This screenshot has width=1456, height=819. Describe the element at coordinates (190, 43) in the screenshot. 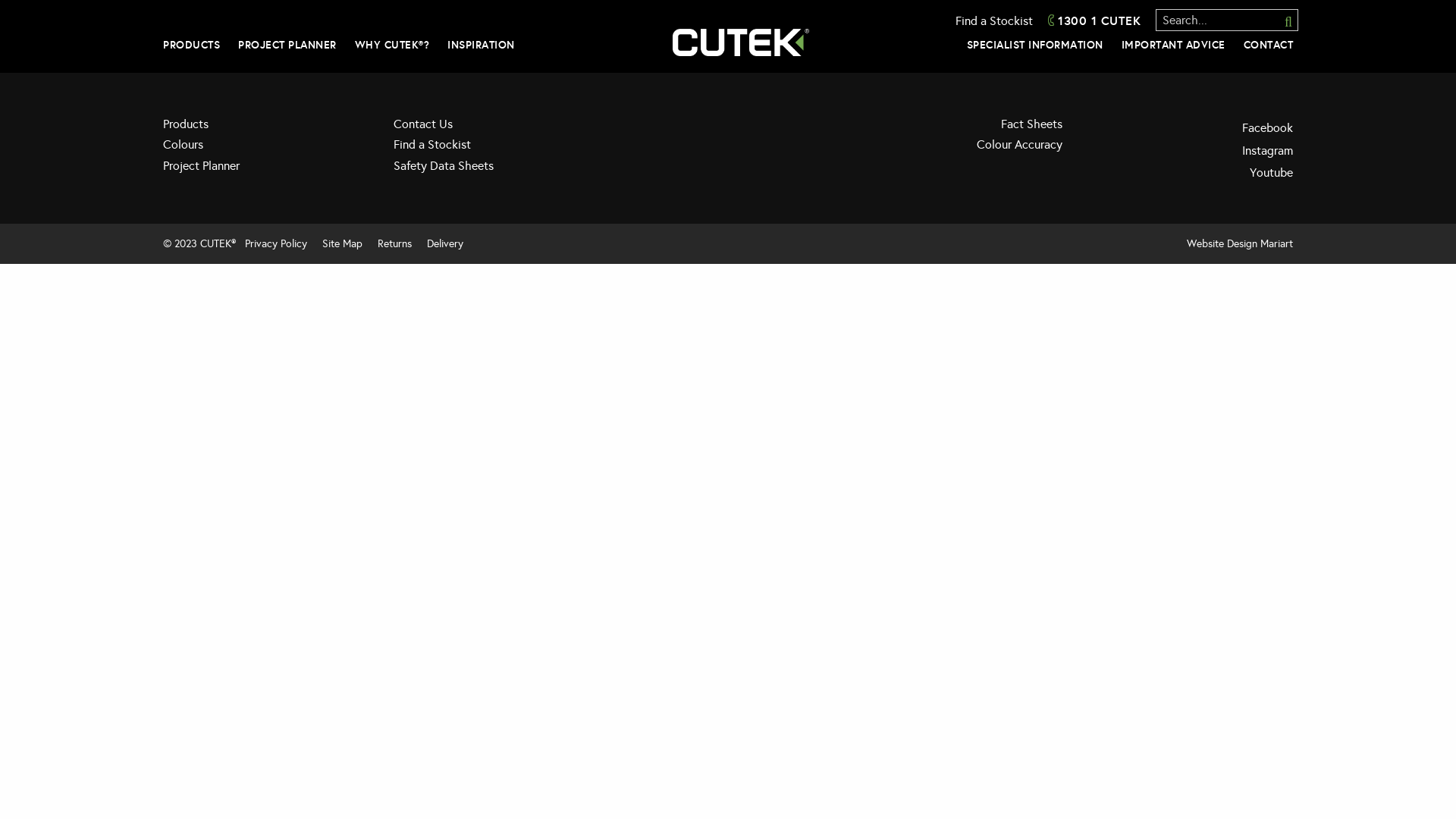

I see `'PRODUCTS'` at that location.